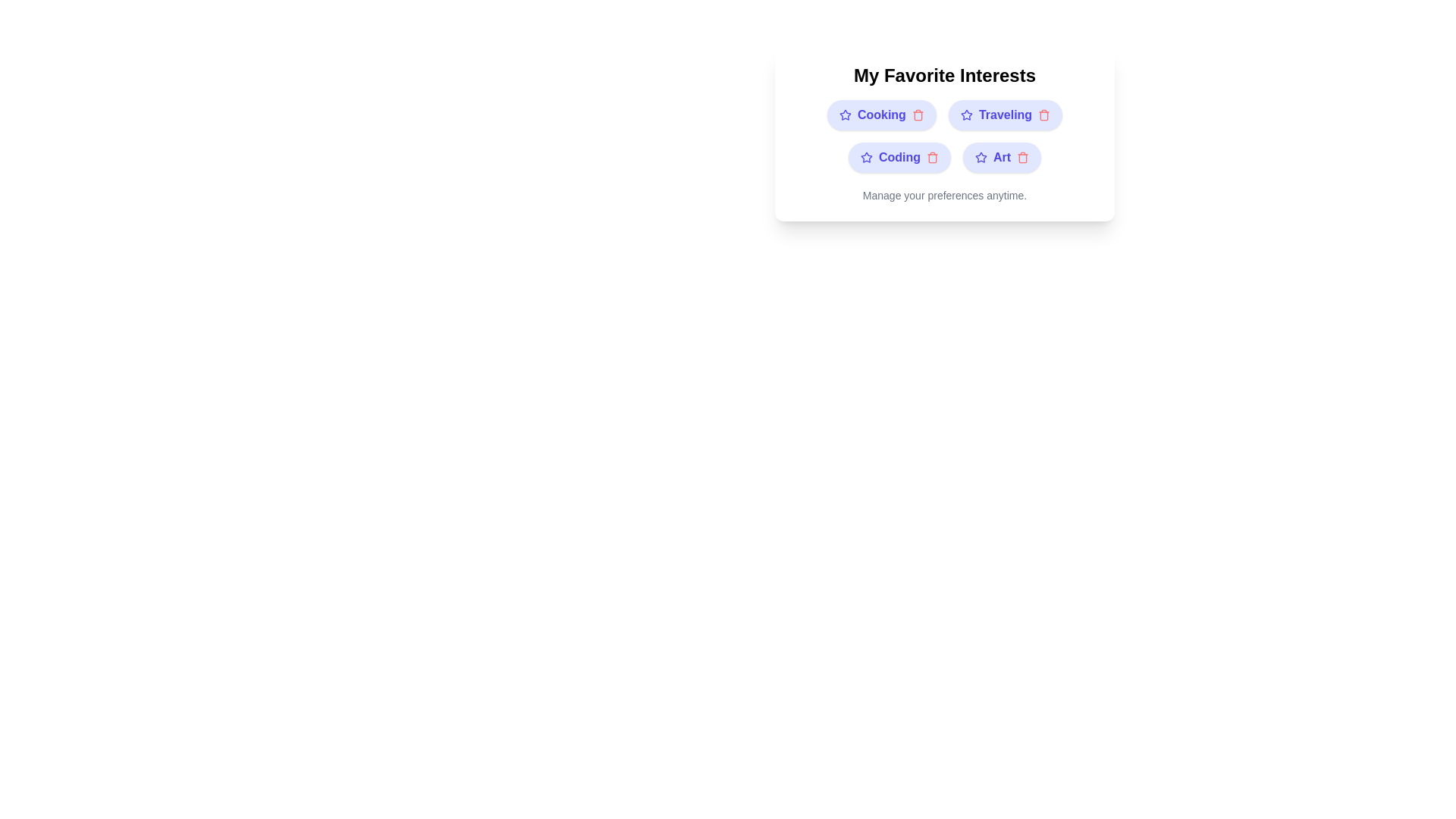 The image size is (1456, 819). What do you see at coordinates (844, 114) in the screenshot?
I see `the star icon associated with the interest Cooking` at bounding box center [844, 114].